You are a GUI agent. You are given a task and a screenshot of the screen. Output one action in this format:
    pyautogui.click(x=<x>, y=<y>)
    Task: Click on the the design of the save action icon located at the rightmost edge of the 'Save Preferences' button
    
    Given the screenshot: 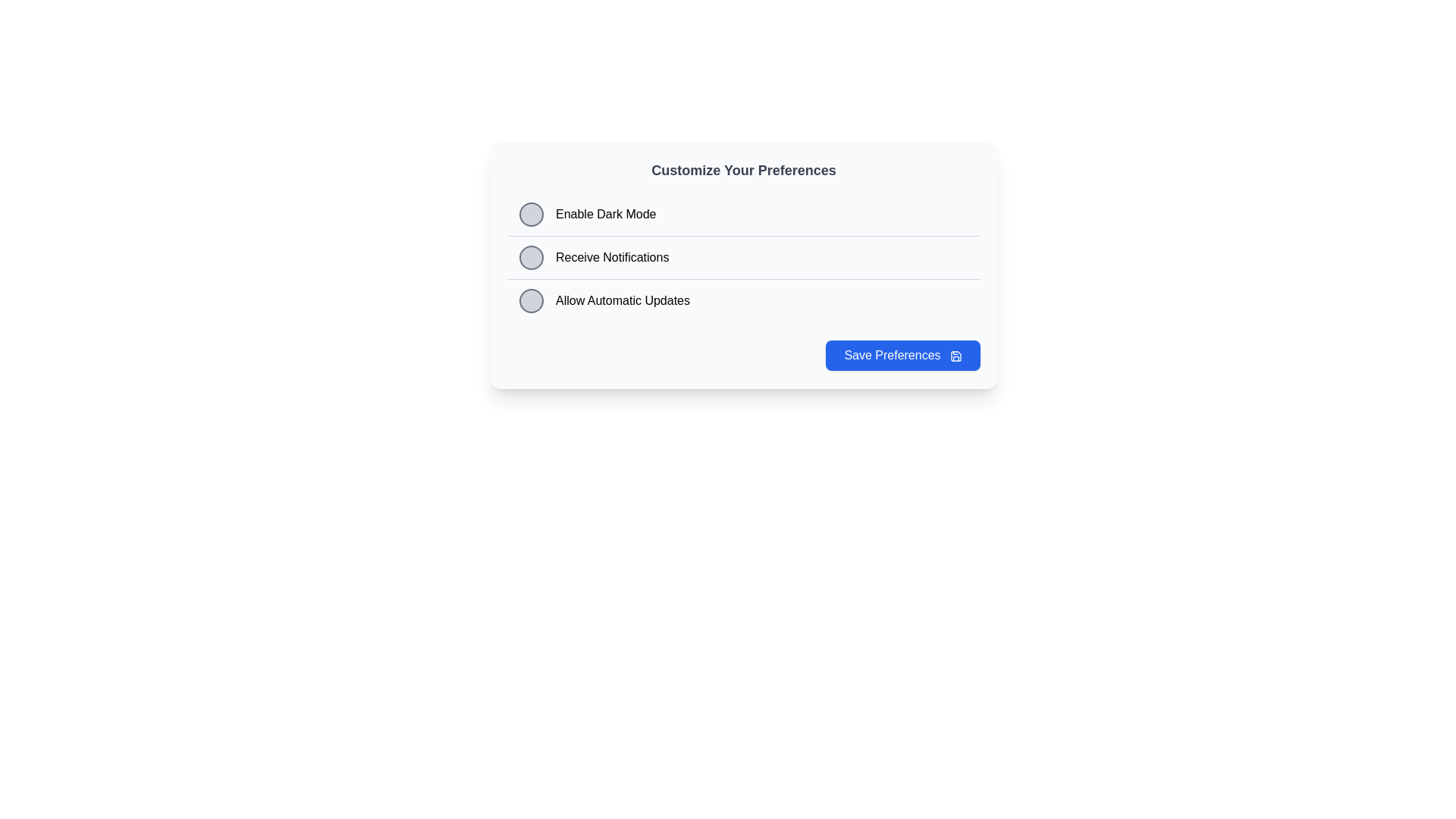 What is the action you would take?
    pyautogui.click(x=955, y=356)
    